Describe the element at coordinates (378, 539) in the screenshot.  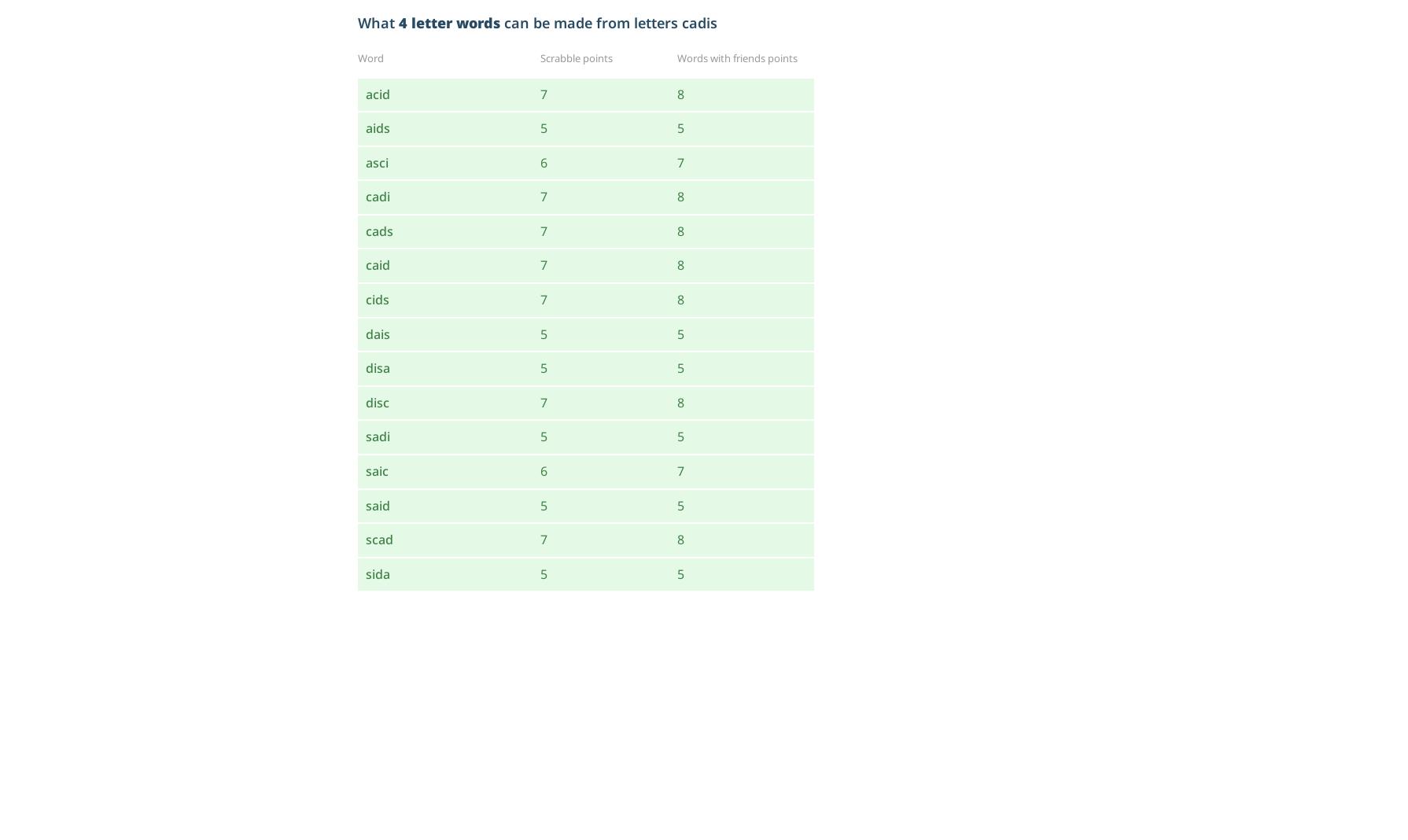
I see `'scad'` at that location.